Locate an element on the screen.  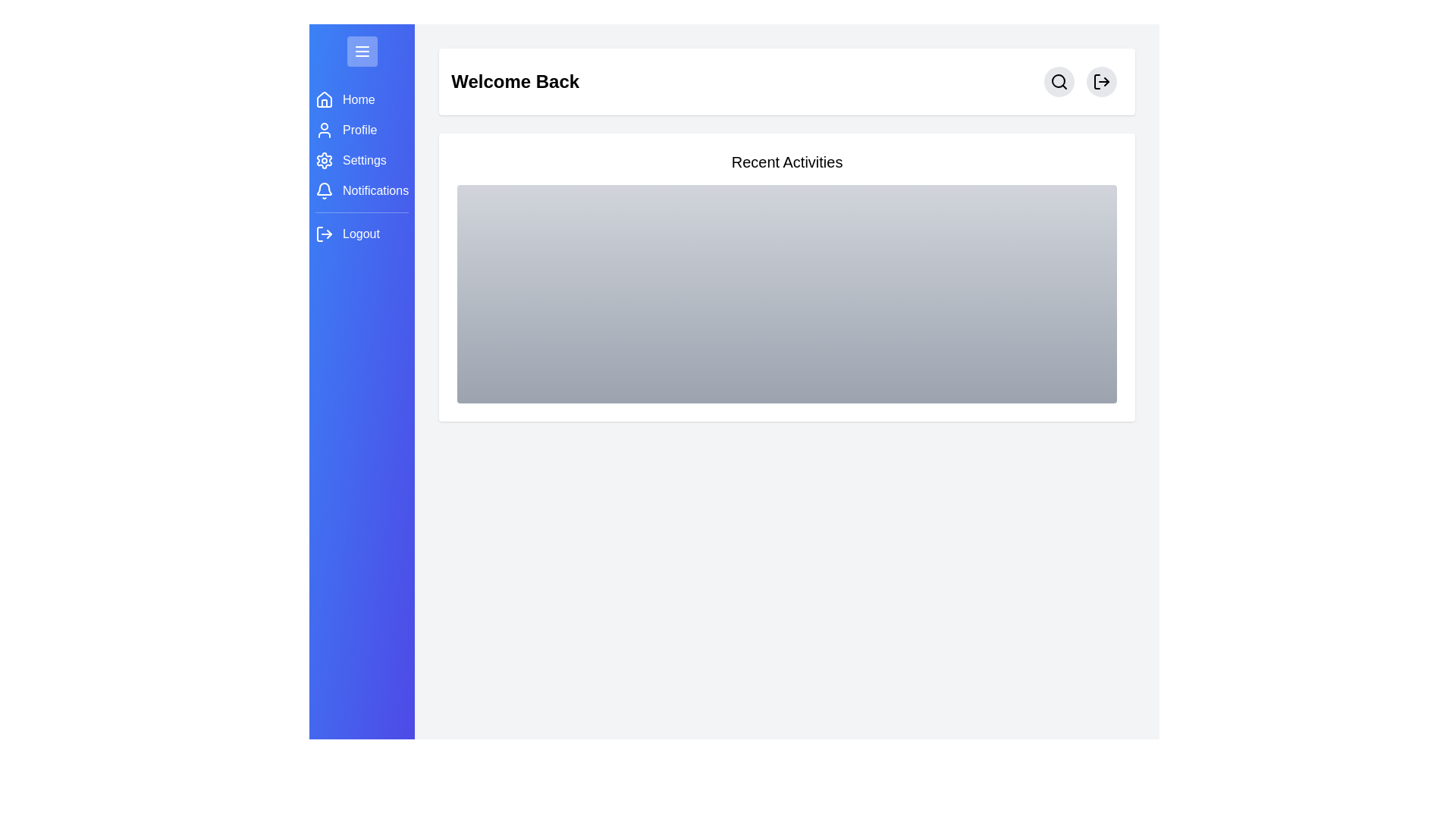
the rectangular button with a semi-transparent white background and a menu icon (three horizontal lines) located at the top-left corner of the interface is located at coordinates (361, 51).